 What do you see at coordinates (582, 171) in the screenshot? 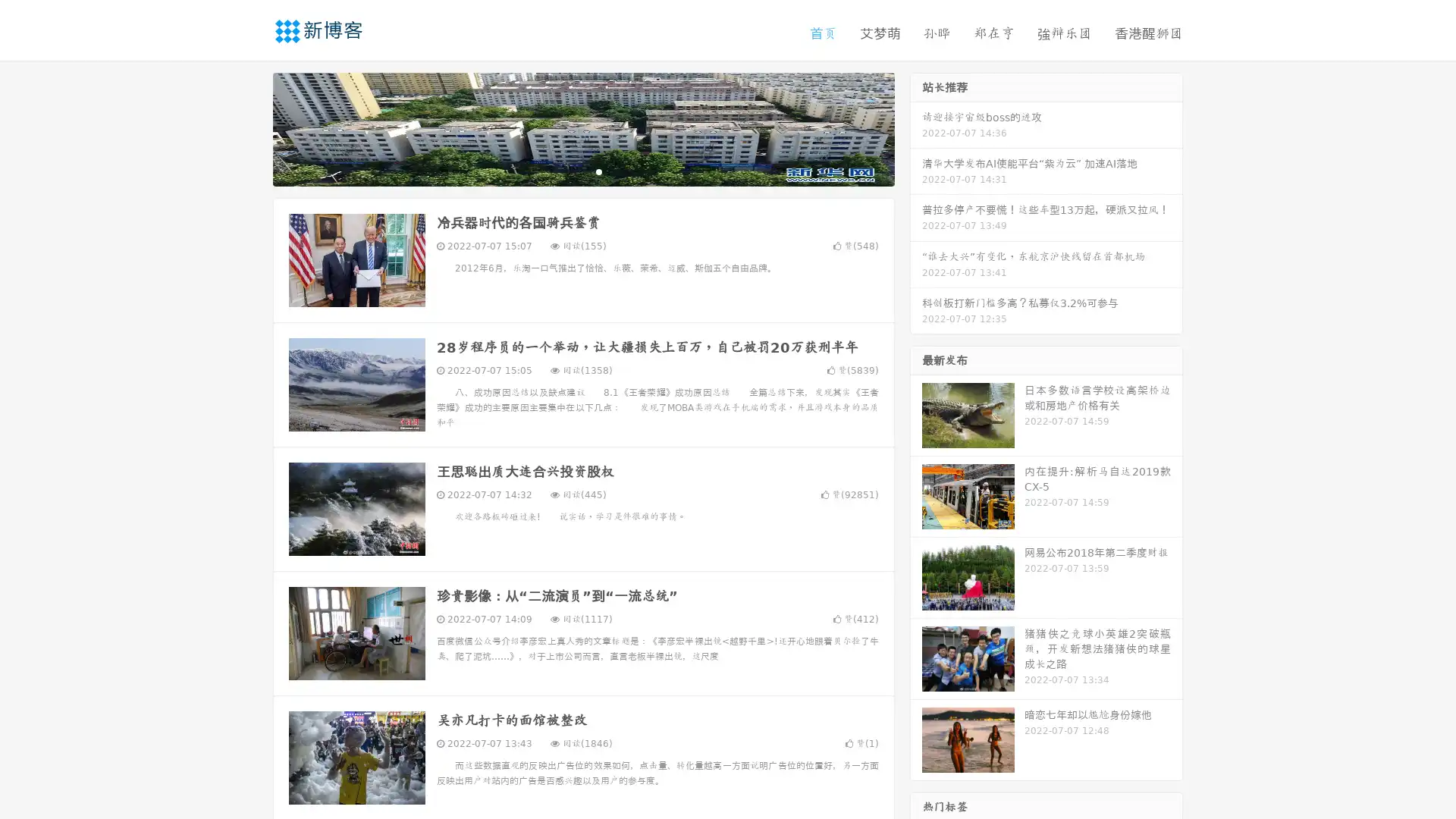
I see `Go to slide 2` at bounding box center [582, 171].